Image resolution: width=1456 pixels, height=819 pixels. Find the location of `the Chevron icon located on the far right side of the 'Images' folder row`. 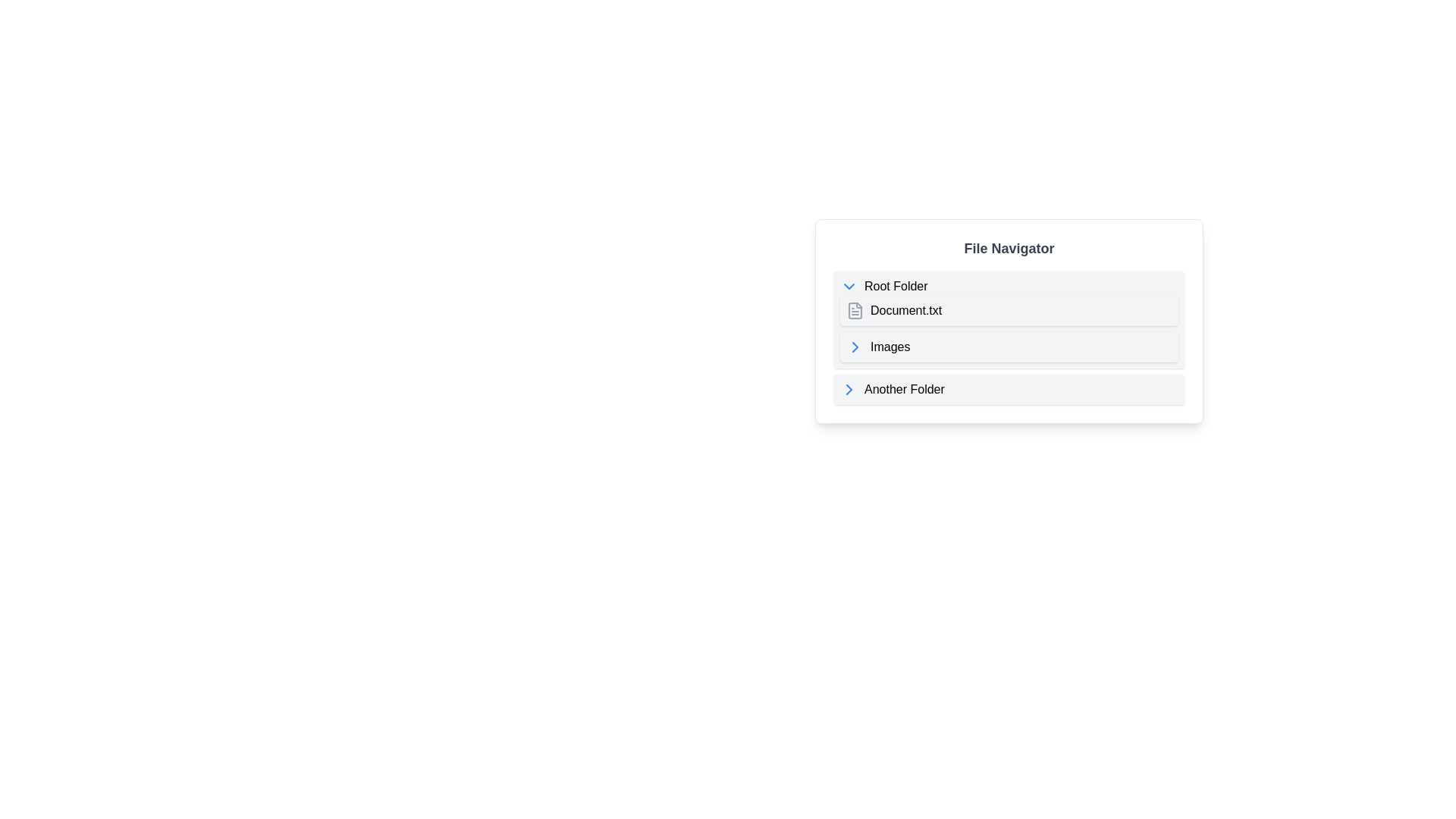

the Chevron icon located on the far right side of the 'Images' folder row is located at coordinates (855, 347).